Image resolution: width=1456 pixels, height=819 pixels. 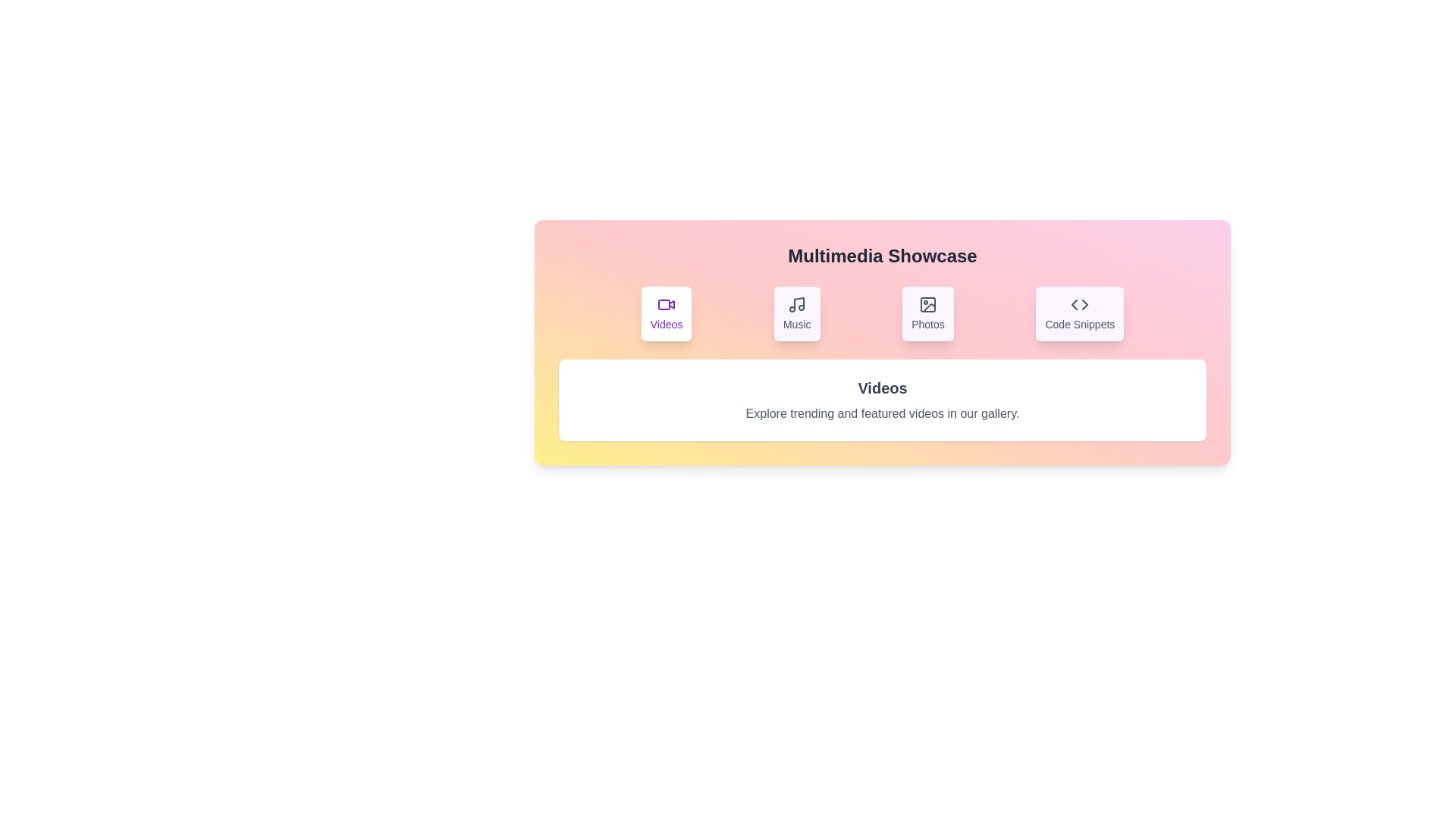 What do you see at coordinates (666, 312) in the screenshot?
I see `the Videos tab to view its content` at bounding box center [666, 312].